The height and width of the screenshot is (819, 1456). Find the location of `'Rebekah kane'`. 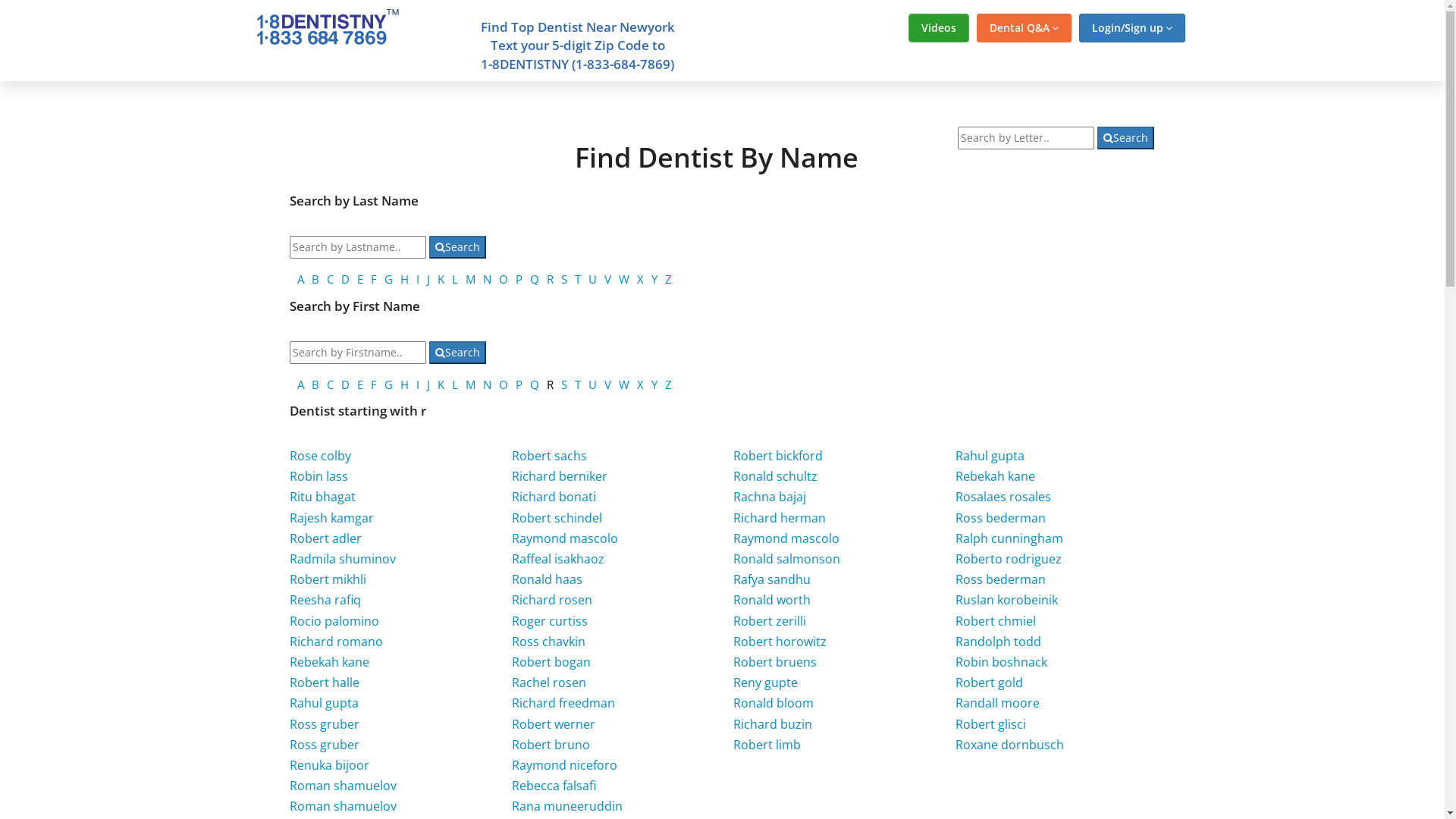

'Rebekah kane' is located at coordinates (995, 475).